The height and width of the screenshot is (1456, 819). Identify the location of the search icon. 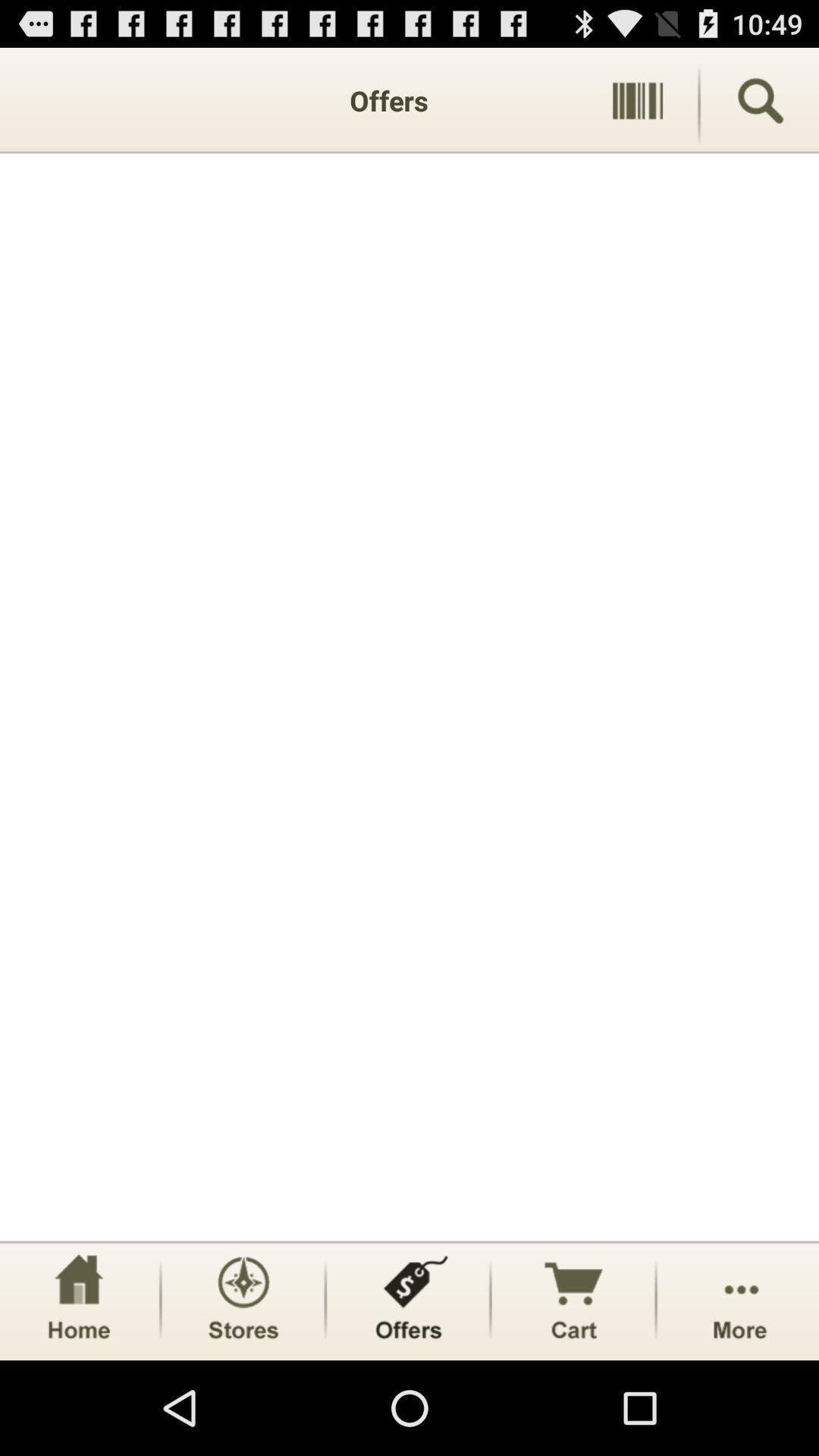
(760, 107).